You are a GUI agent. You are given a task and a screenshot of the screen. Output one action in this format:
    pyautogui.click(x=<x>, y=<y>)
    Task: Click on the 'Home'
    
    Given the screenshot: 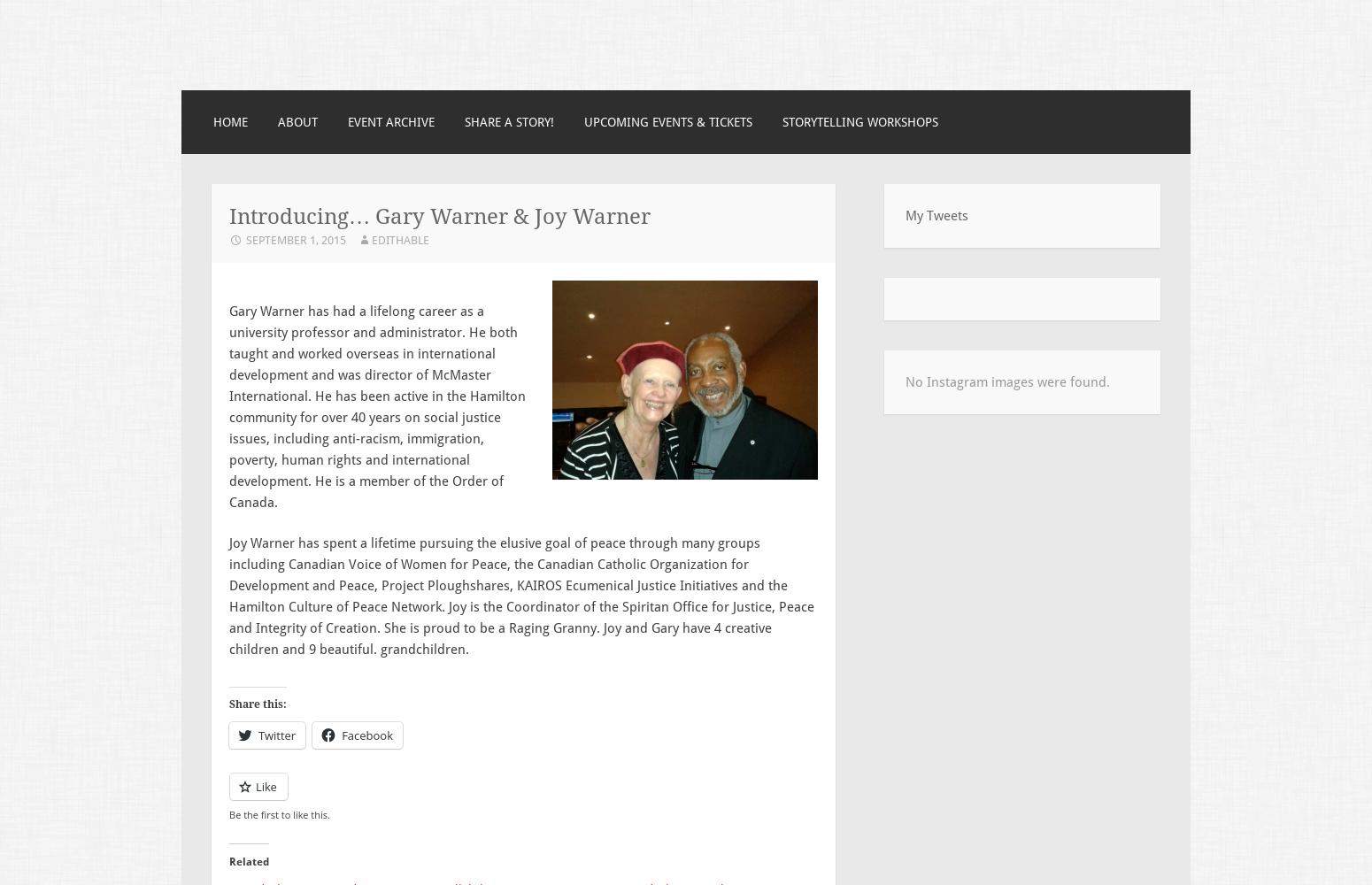 What is the action you would take?
    pyautogui.click(x=230, y=122)
    